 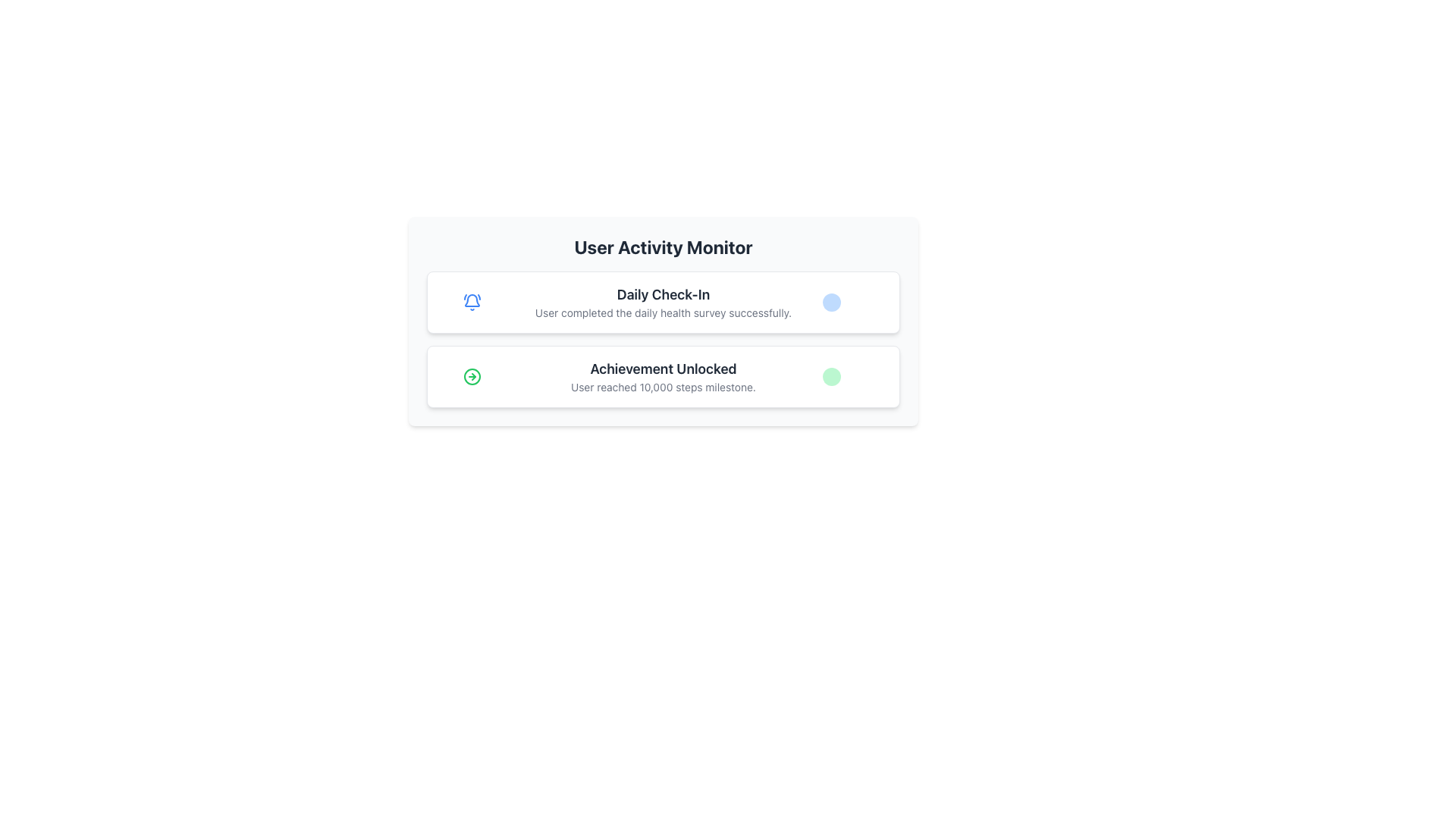 What do you see at coordinates (855, 302) in the screenshot?
I see `the status indicator badge located on the rightmost side of the 'Daily Check-In' card` at bounding box center [855, 302].